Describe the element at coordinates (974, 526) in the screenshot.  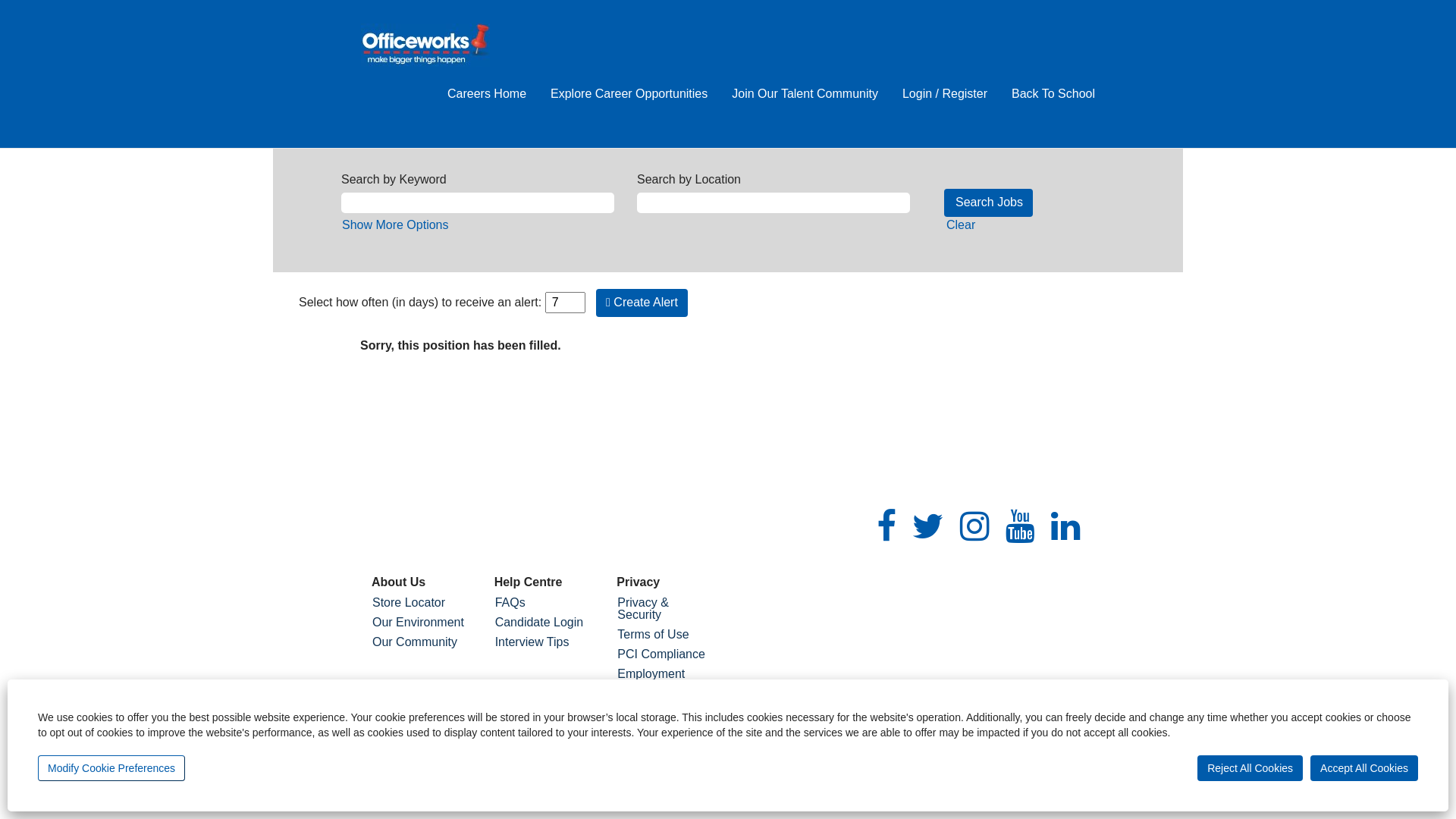
I see `'instagram'` at that location.